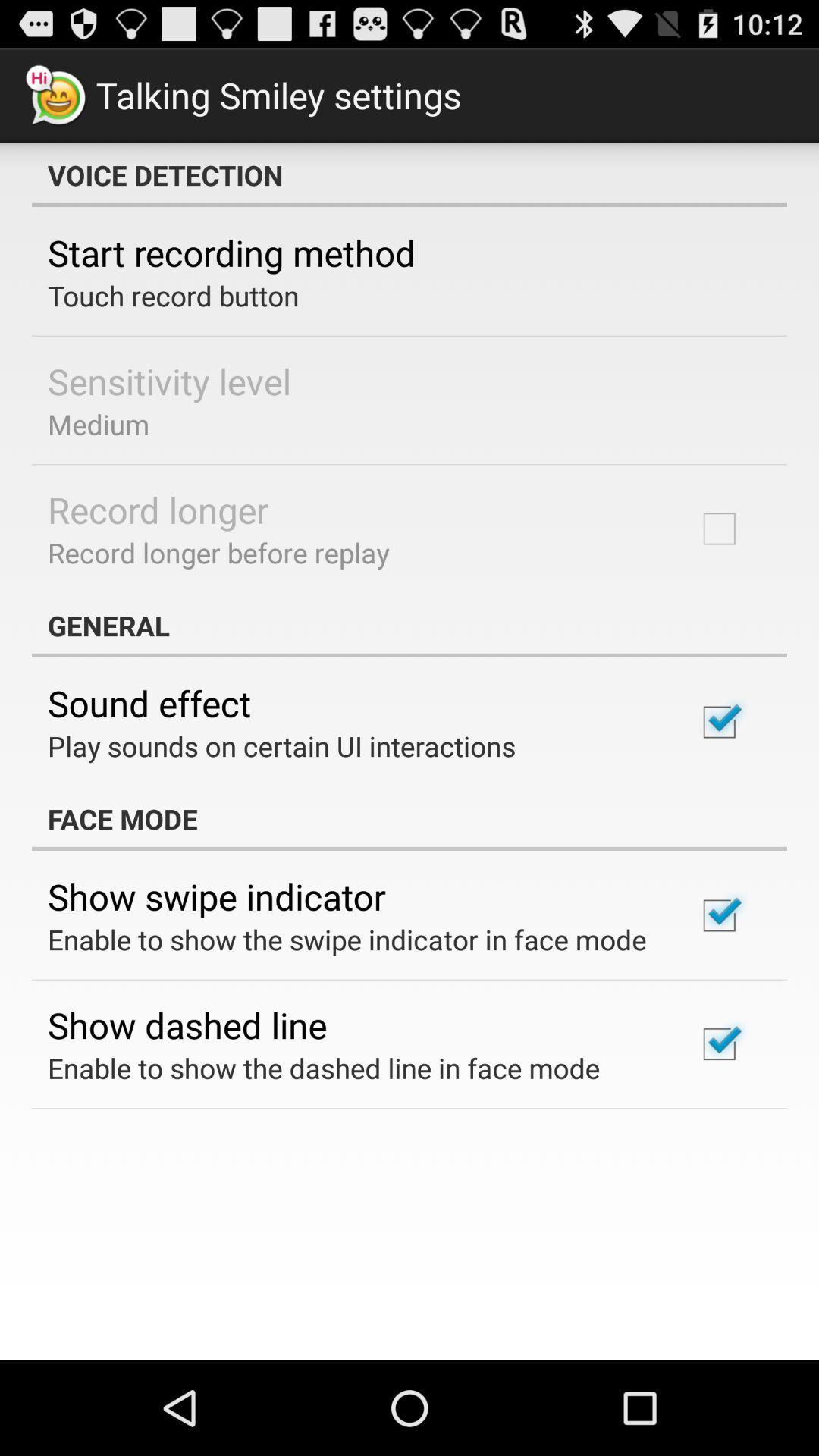 This screenshot has height=1456, width=819. I want to click on icon below sensitivity level app, so click(99, 424).